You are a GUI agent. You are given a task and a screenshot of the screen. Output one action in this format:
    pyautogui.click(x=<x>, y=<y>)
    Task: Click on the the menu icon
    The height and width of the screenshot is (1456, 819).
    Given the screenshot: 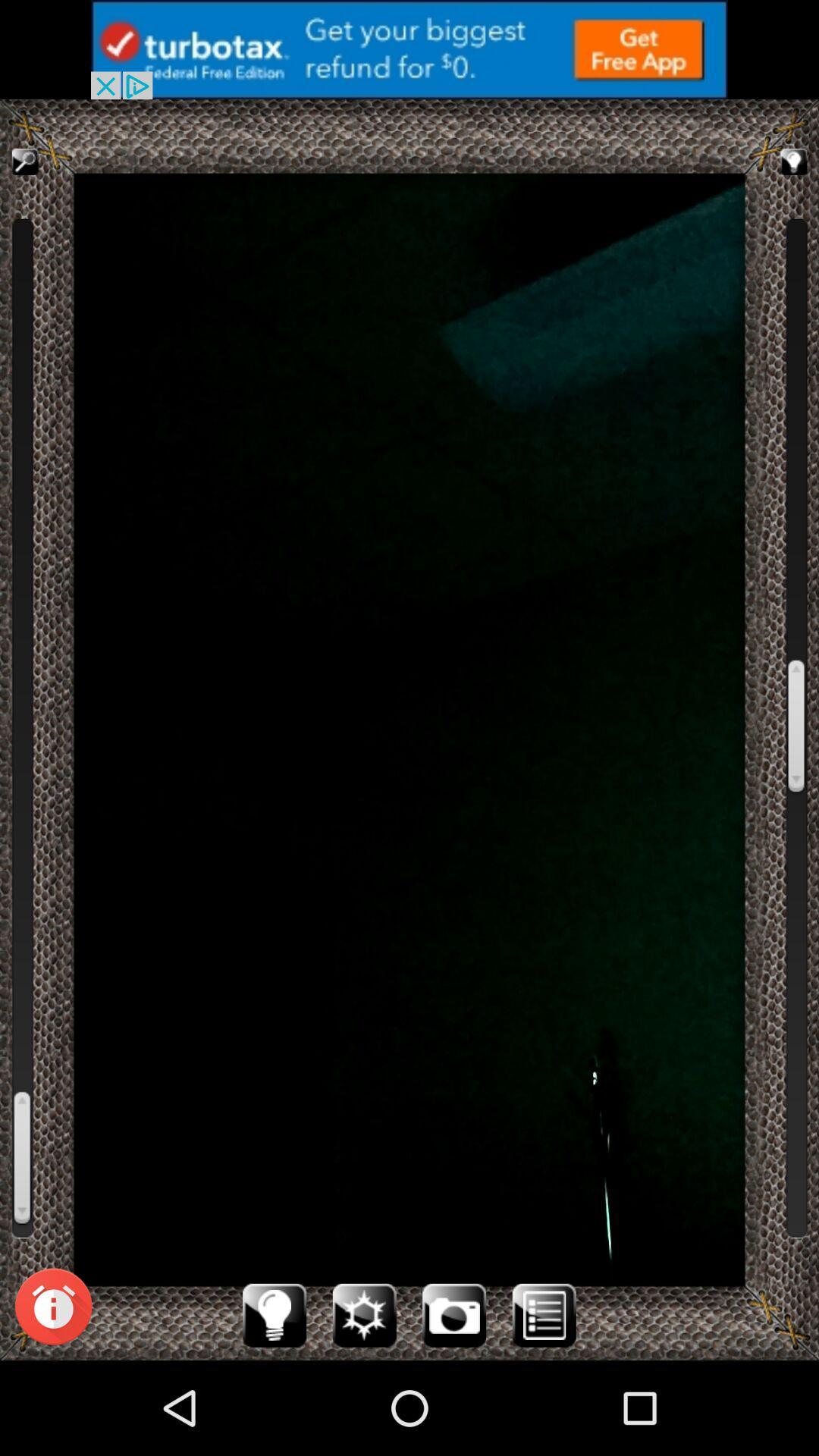 What is the action you would take?
    pyautogui.click(x=543, y=1407)
    